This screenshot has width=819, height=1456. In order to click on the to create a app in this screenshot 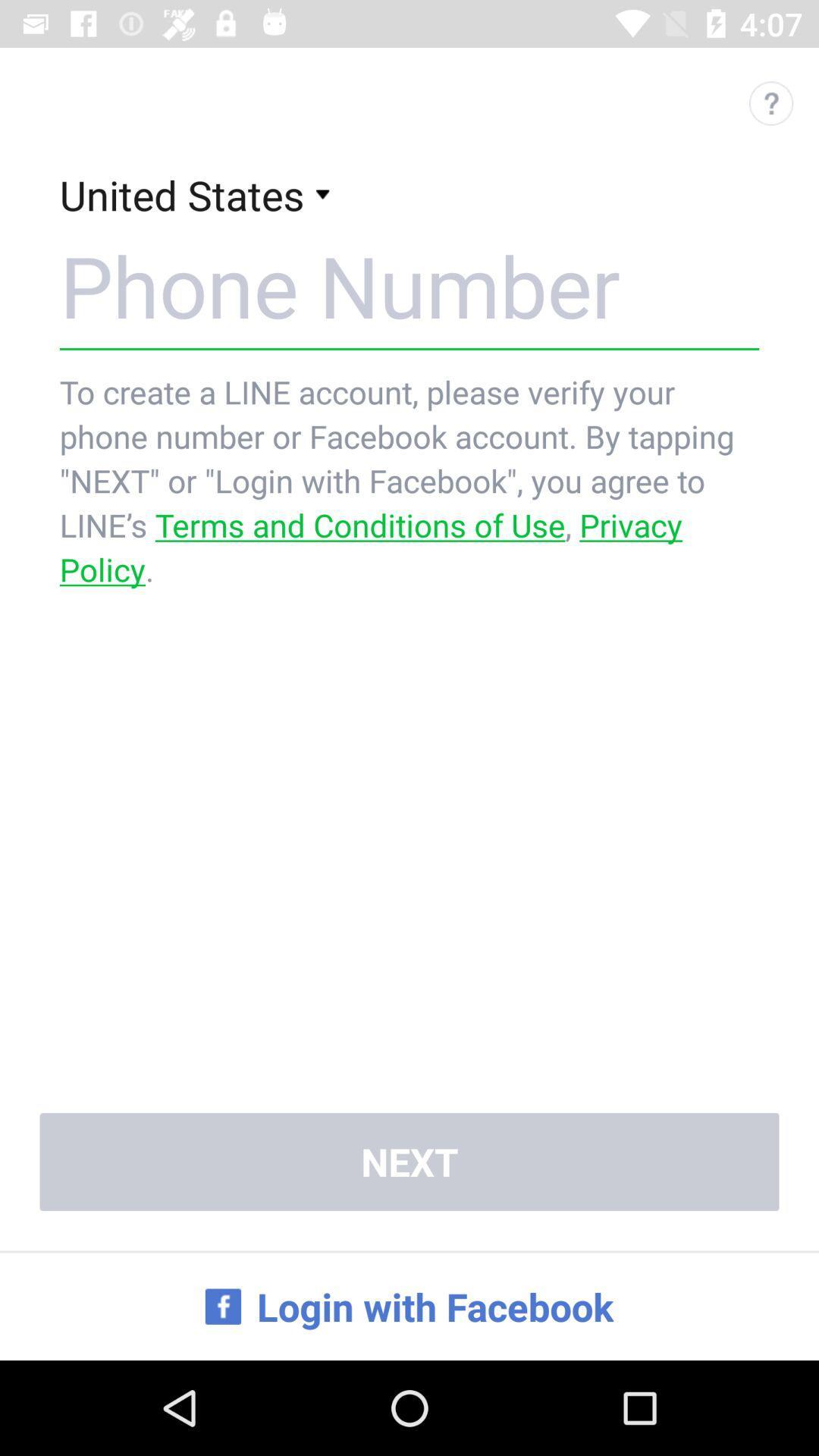, I will do `click(409, 479)`.